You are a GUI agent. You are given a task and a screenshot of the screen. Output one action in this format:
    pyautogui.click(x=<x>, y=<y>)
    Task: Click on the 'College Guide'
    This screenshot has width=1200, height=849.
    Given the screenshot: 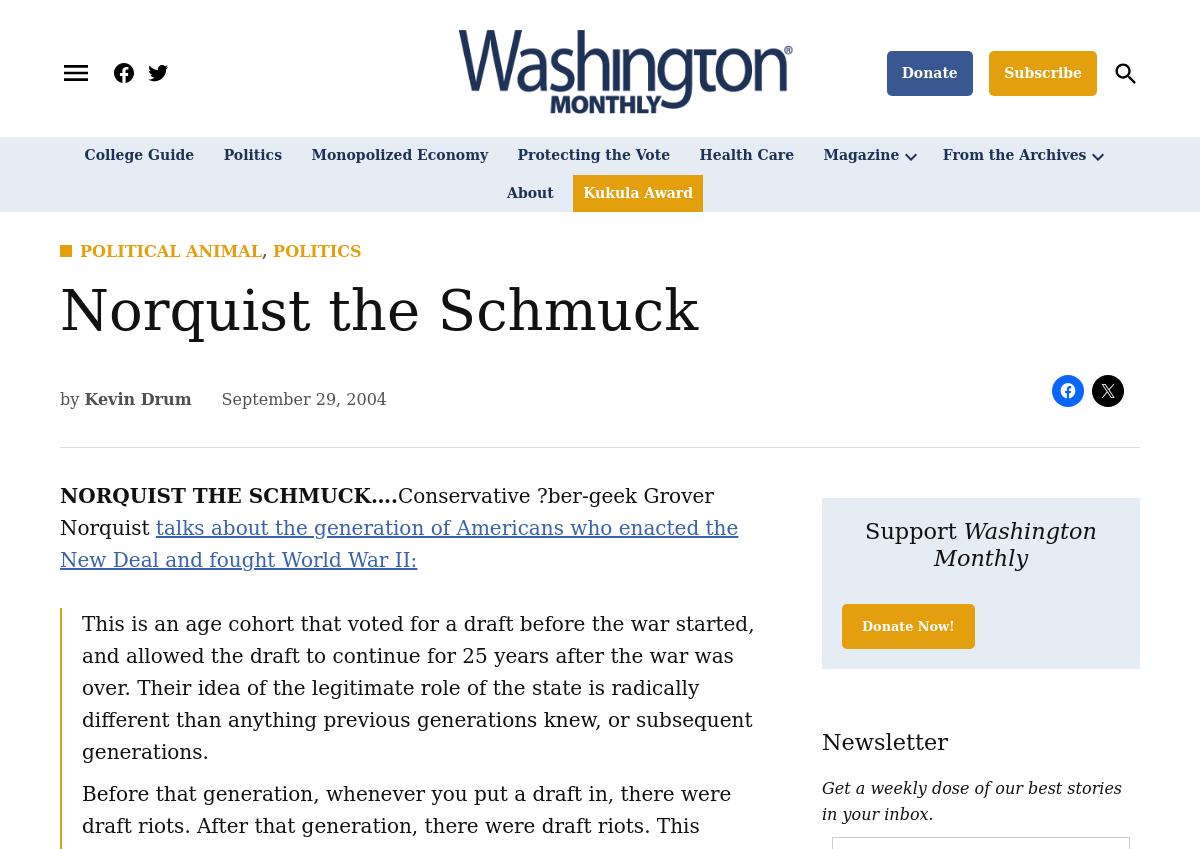 What is the action you would take?
    pyautogui.click(x=138, y=155)
    